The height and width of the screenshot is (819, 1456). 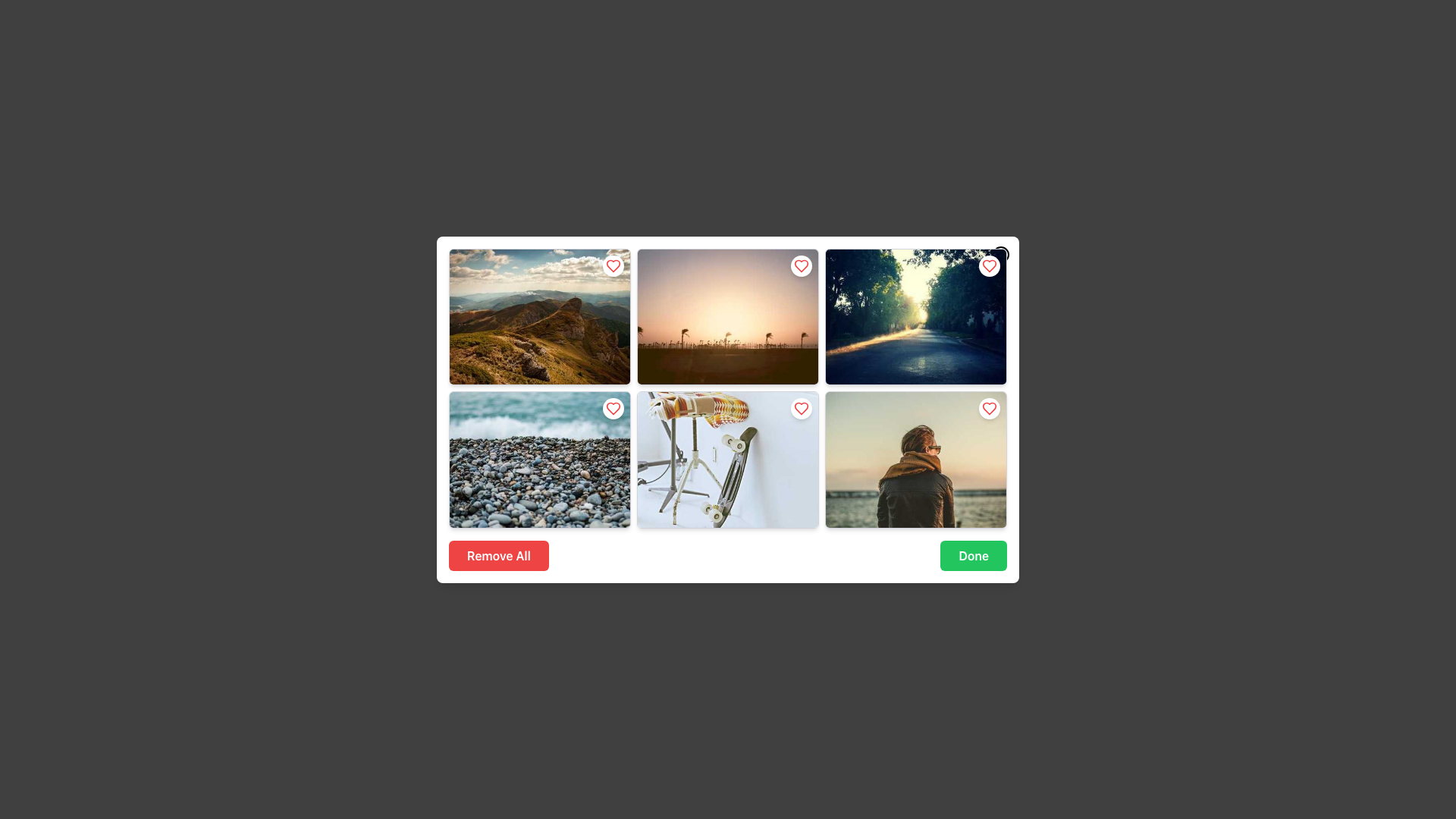 I want to click on the serene road scene image located in the upper-right corner of the grid layout to initiate an action based on its selection, so click(x=915, y=315).